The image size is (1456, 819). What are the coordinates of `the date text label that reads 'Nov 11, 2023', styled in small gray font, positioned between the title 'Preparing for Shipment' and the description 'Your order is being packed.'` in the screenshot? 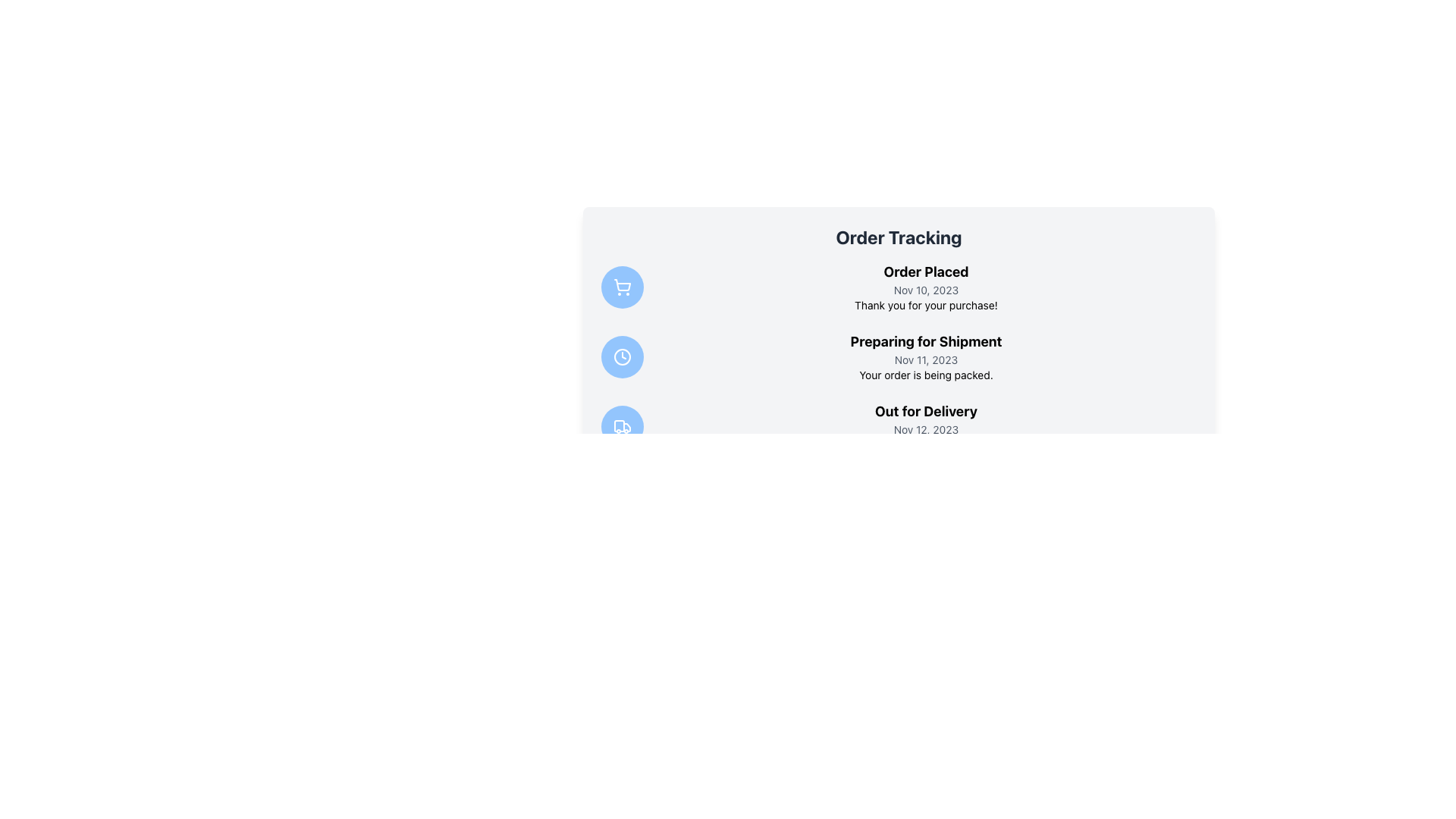 It's located at (925, 359).